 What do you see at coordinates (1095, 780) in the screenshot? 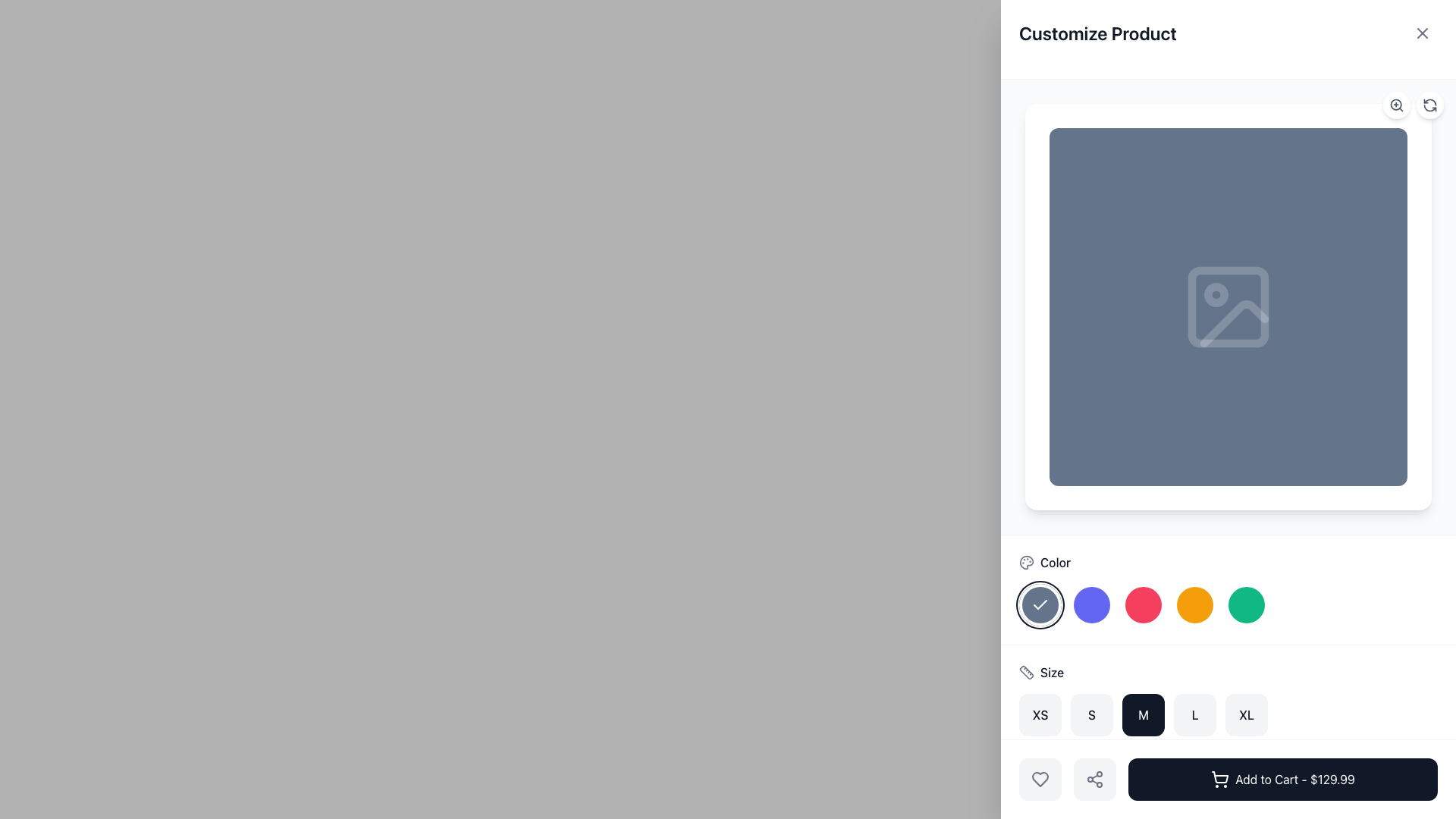
I see `the sharing icon located below the heart icon and above the 'Add to Cart' button` at bounding box center [1095, 780].